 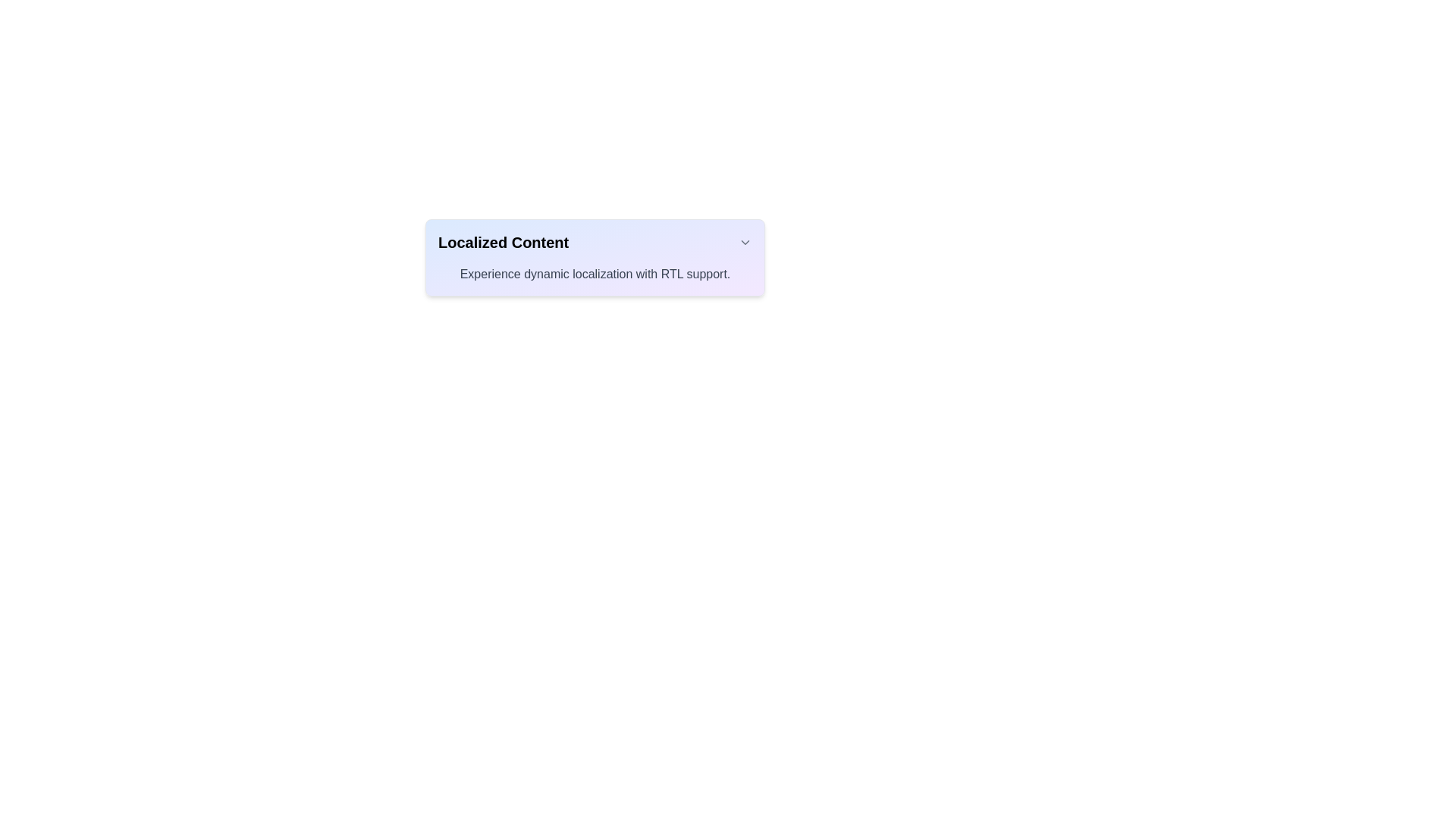 What do you see at coordinates (745, 242) in the screenshot?
I see `the downward-pointing chevron icon (a triangular arrow) next to the text 'Localized Content'` at bounding box center [745, 242].